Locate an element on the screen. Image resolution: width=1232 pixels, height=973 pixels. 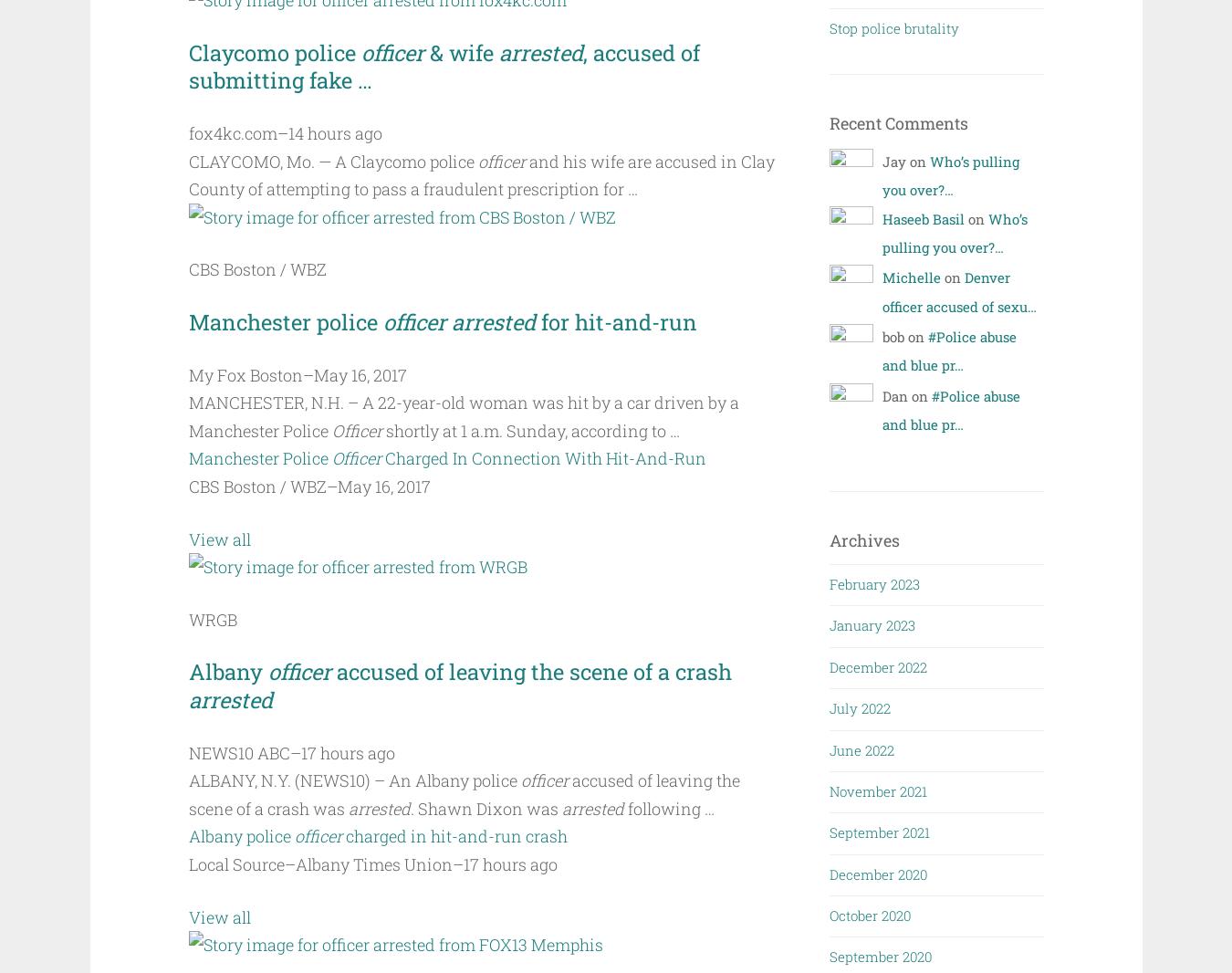
'Michelle' is located at coordinates (911, 277).